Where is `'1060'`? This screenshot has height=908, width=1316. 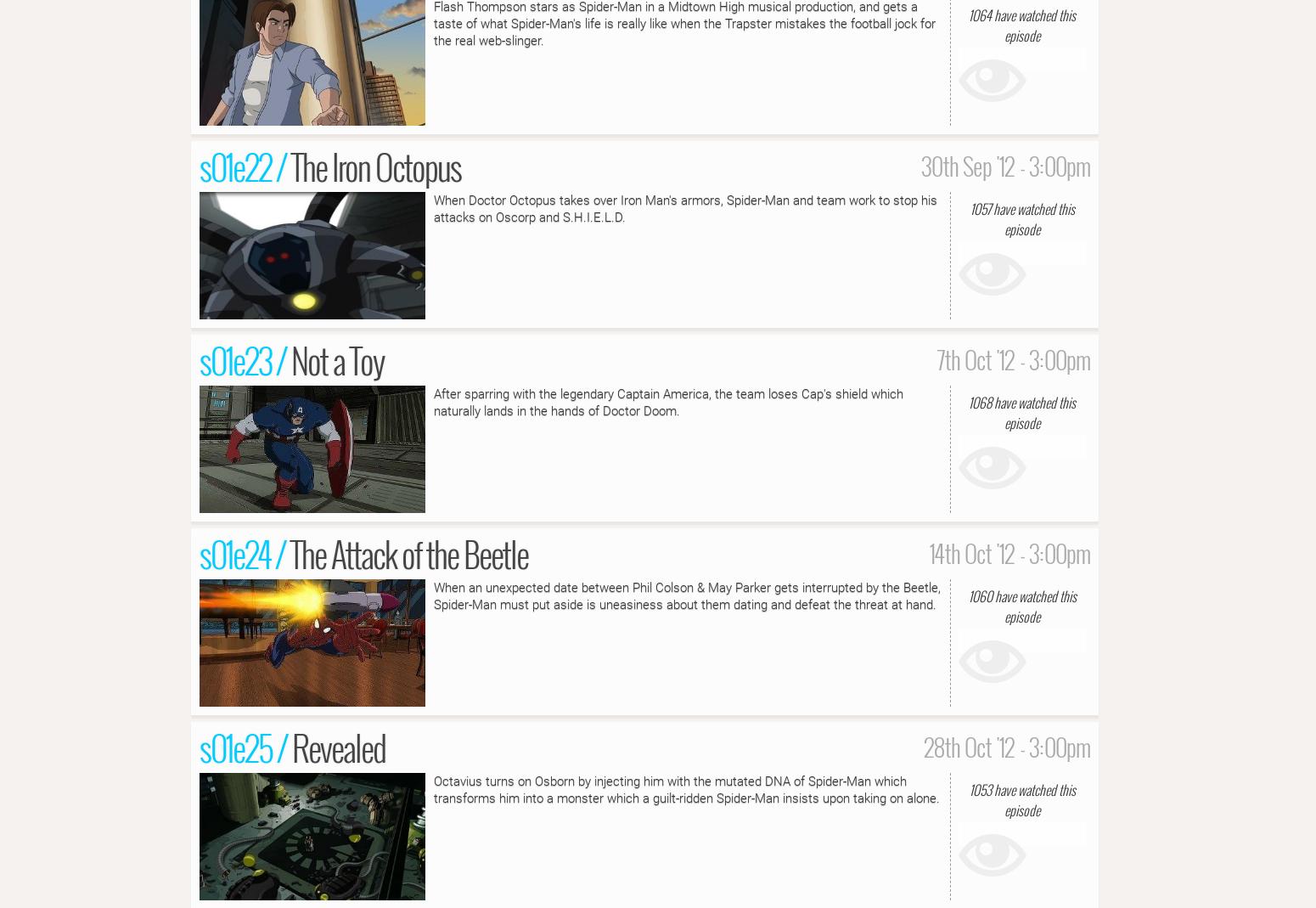
'1060' is located at coordinates (967, 595).